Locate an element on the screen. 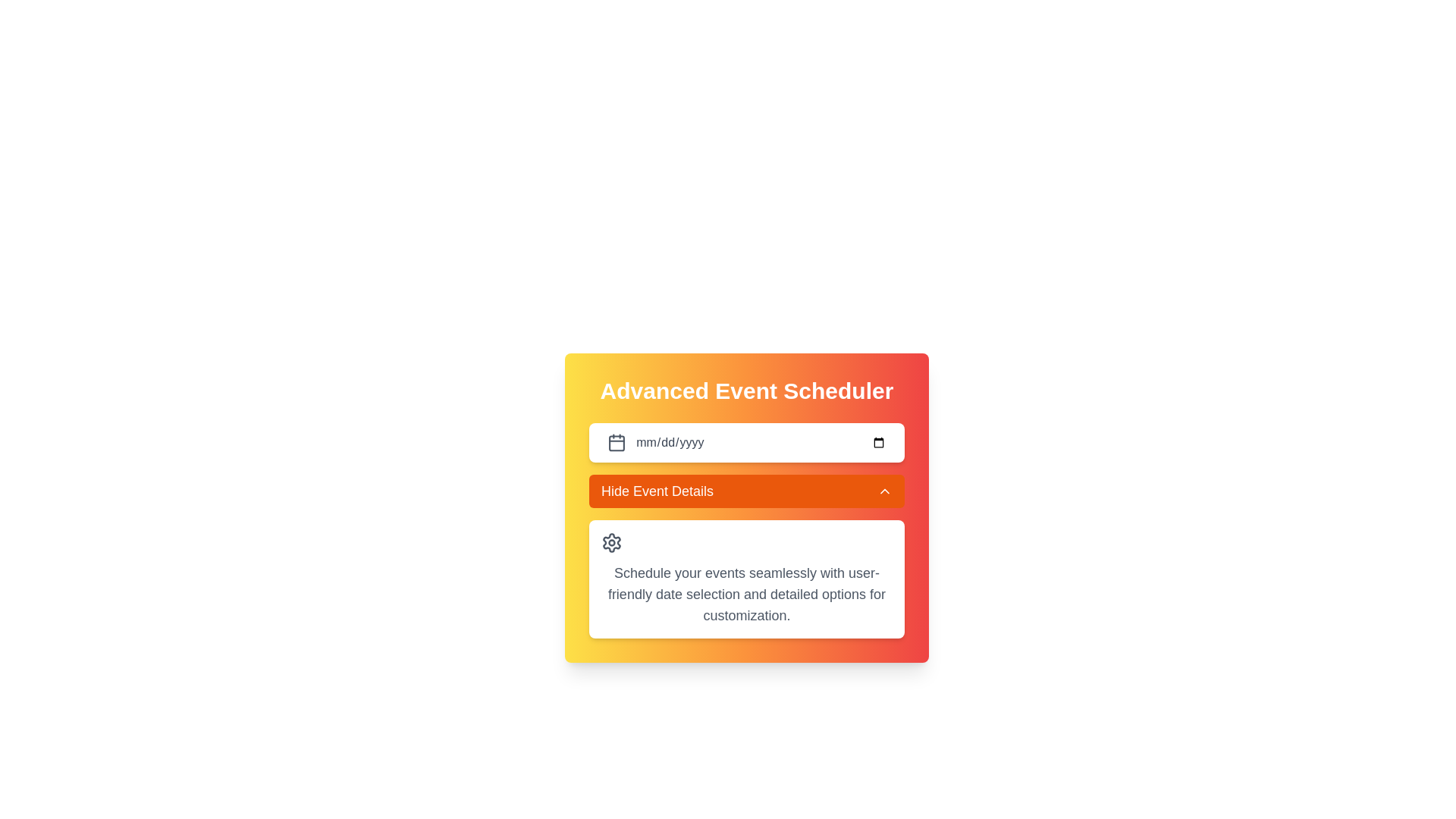 This screenshot has height=819, width=1456. the descriptive text block providing contextual information about scheduling events, located below the settings icon within a white panel at the bottom of a larger card interface is located at coordinates (746, 593).